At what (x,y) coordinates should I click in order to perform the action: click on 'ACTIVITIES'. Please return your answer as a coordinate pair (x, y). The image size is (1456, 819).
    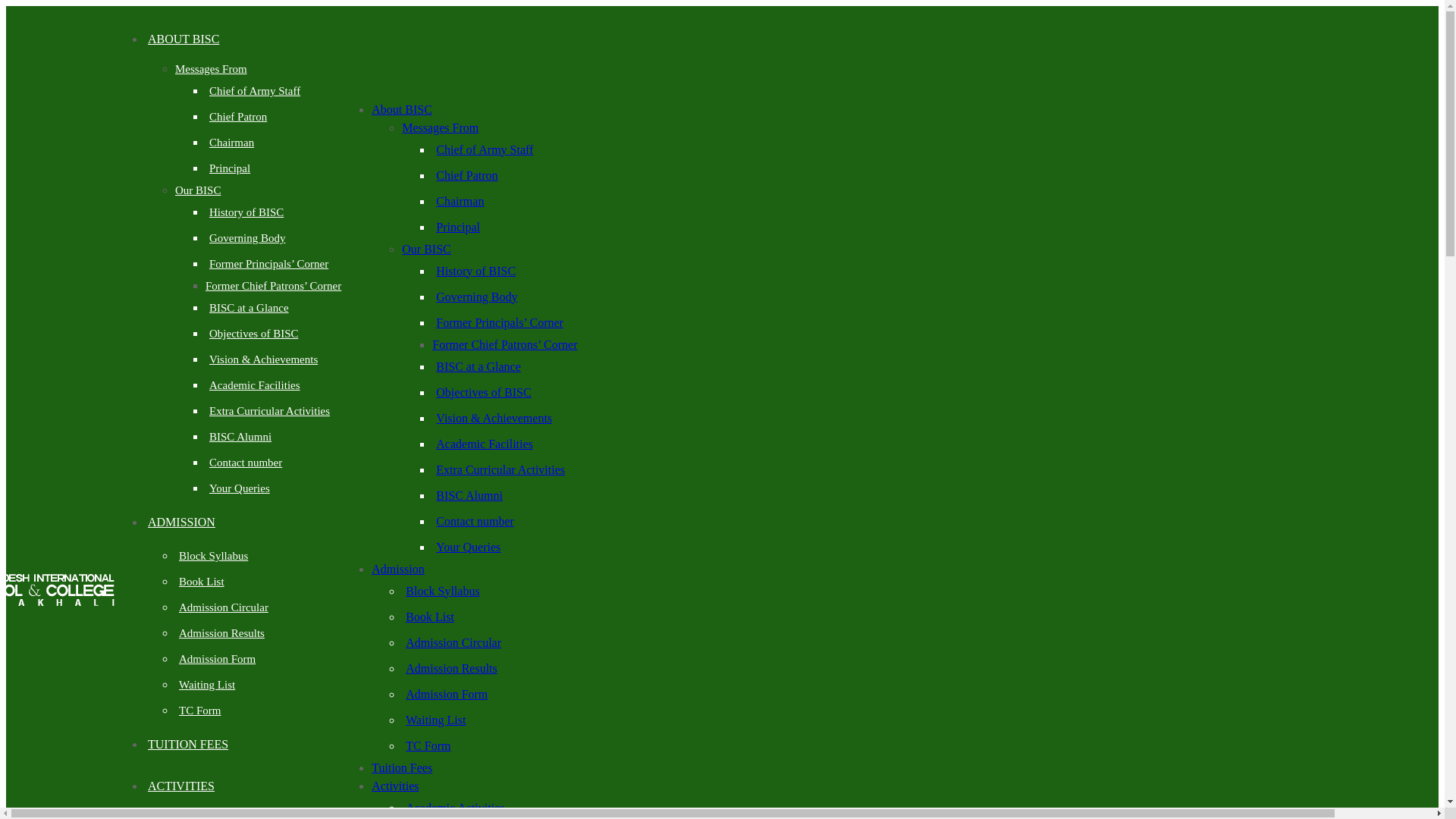
    Looking at the image, I should click on (181, 785).